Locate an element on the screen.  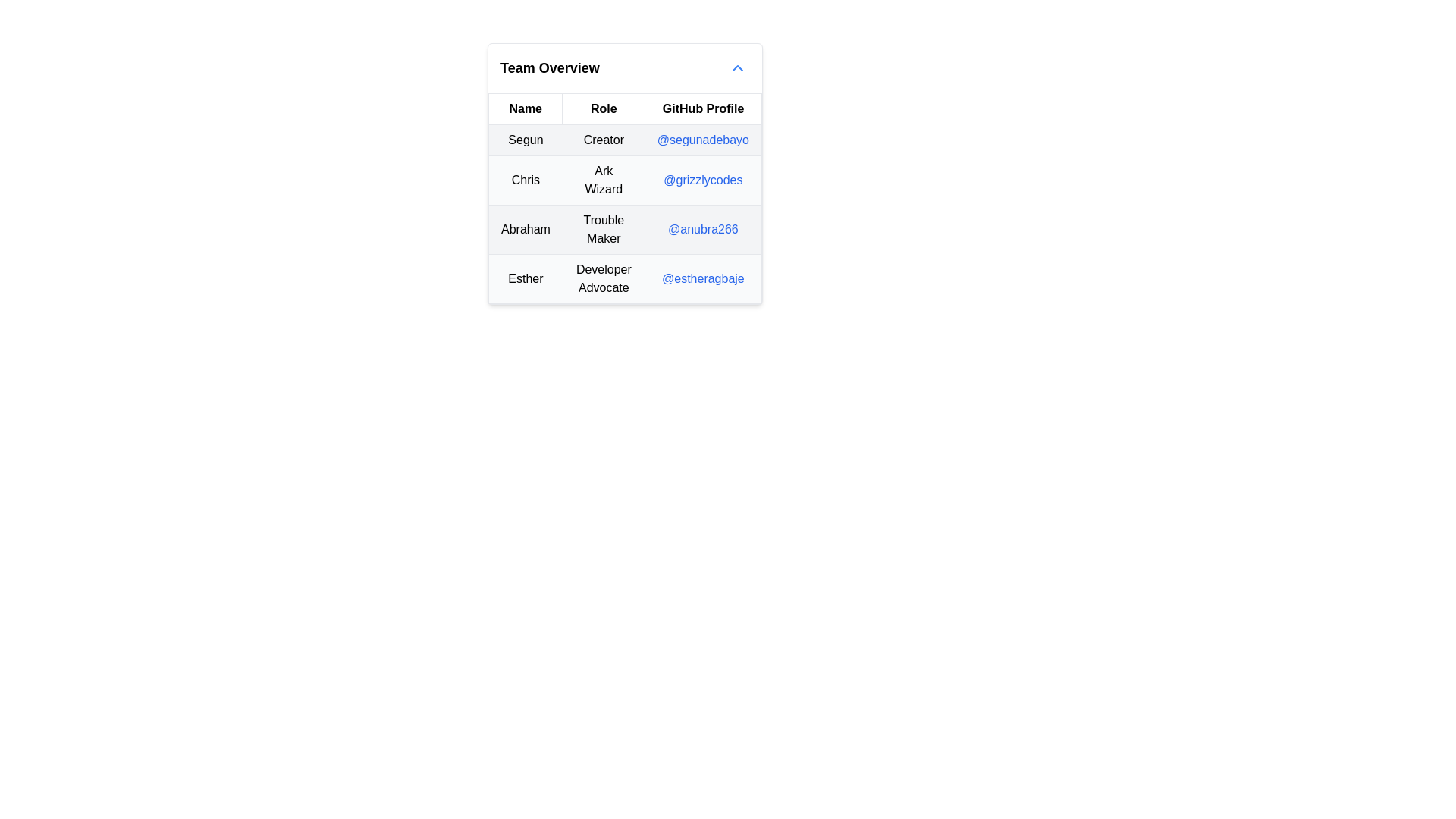
the text label displaying 'Segun' in the leftmost column of the 'Team Overview' card, which is the first item in the 'Name' column is located at coordinates (526, 140).